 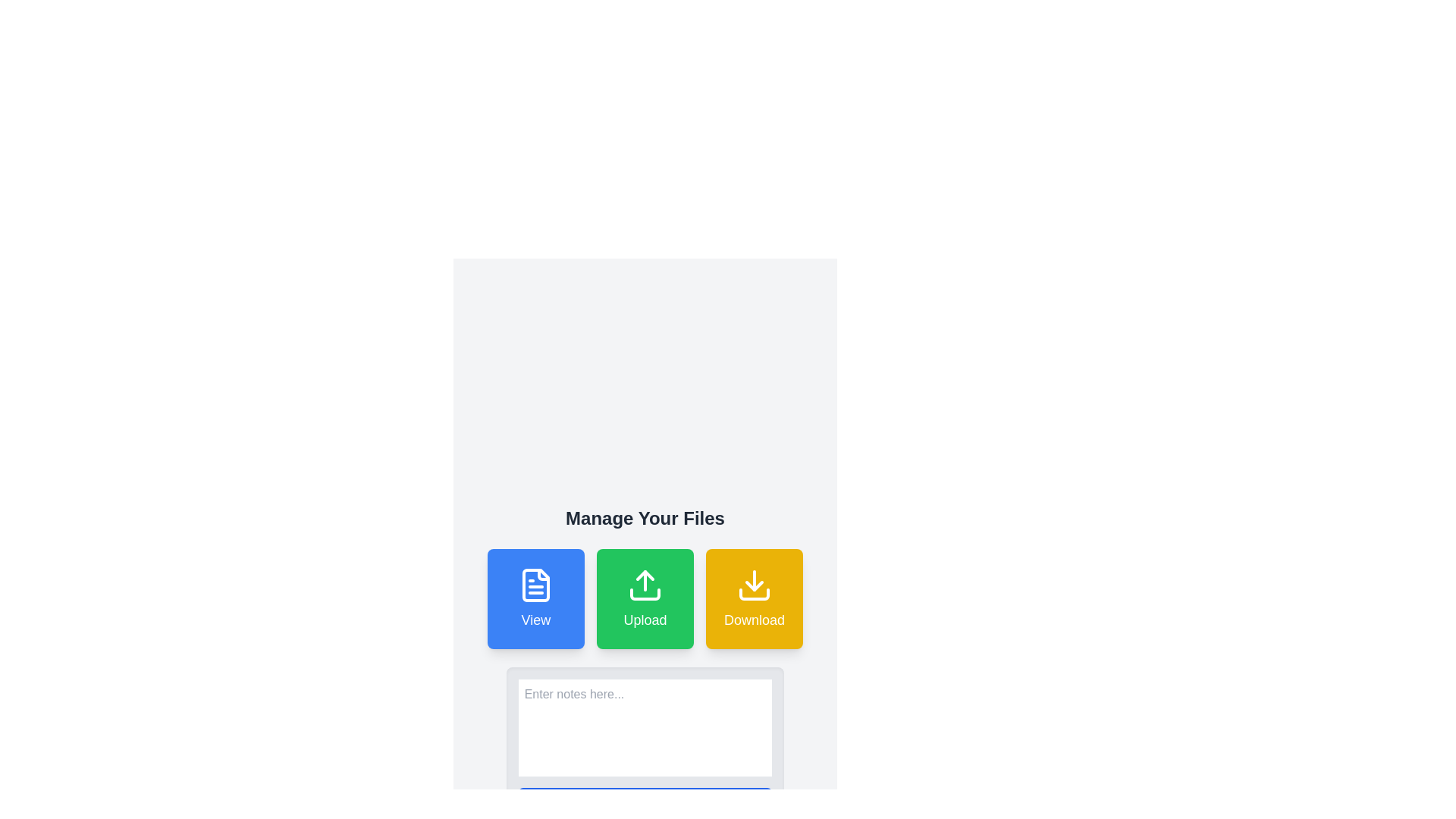 What do you see at coordinates (535, 584) in the screenshot?
I see `the 'View' icon, which is located at the center of the blue button labeled 'View' beneath the title 'Manage Your Files'` at bounding box center [535, 584].